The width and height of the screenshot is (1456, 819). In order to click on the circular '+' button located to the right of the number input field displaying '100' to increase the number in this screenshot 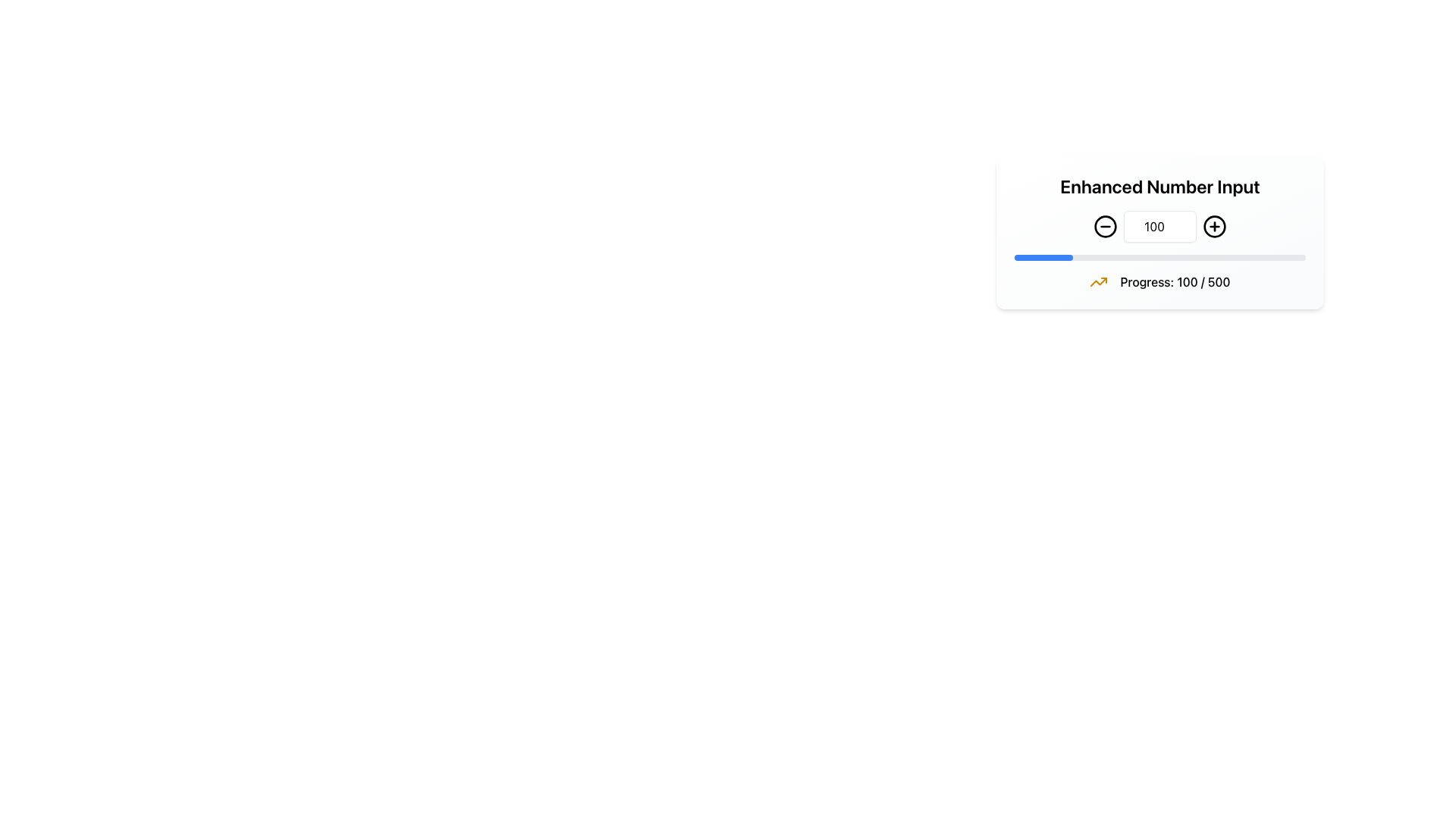, I will do `click(1215, 227)`.